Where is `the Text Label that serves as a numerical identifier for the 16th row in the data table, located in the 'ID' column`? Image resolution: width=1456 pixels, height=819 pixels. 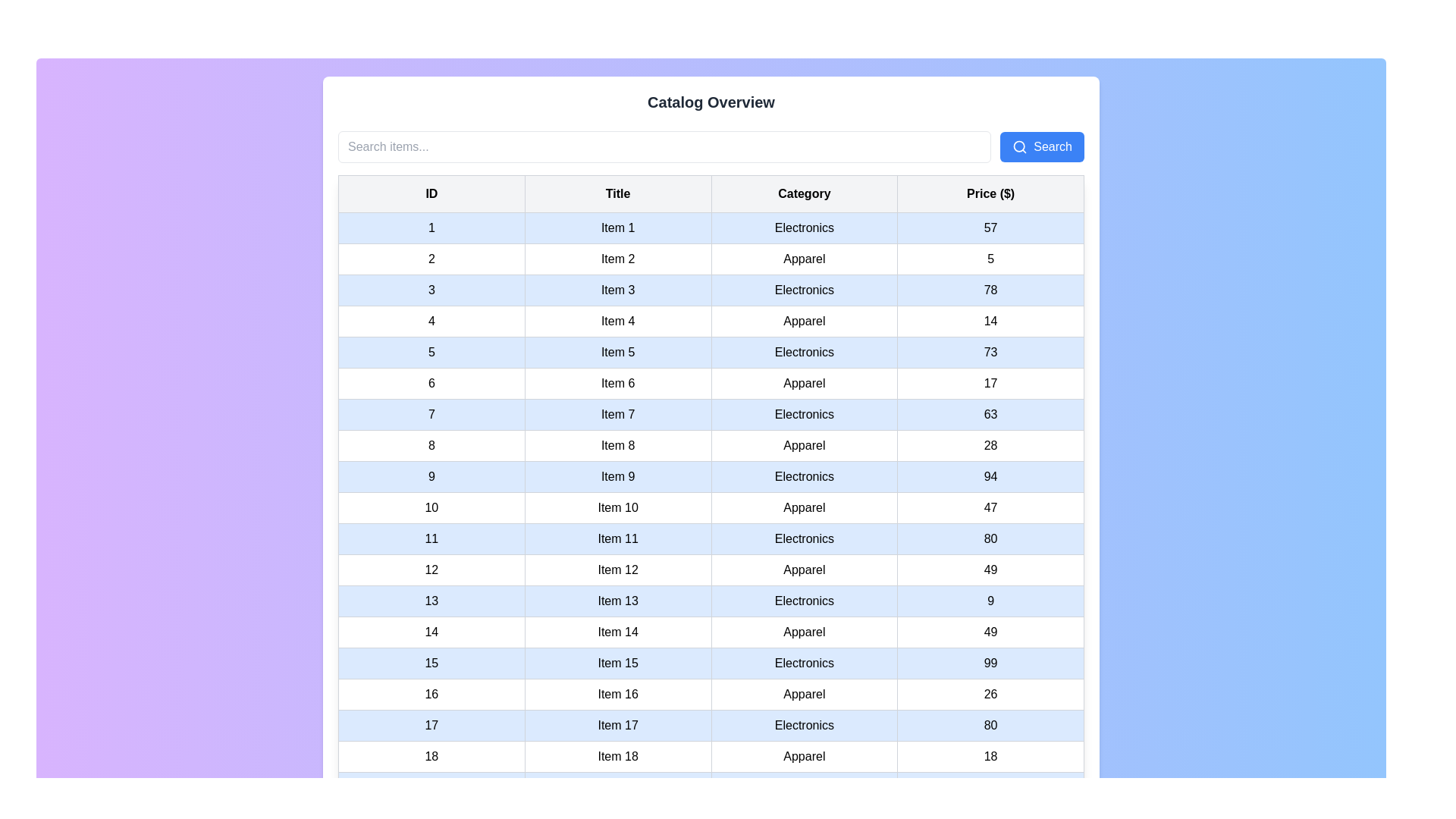 the Text Label that serves as a numerical identifier for the 16th row in the data table, located in the 'ID' column is located at coordinates (431, 694).